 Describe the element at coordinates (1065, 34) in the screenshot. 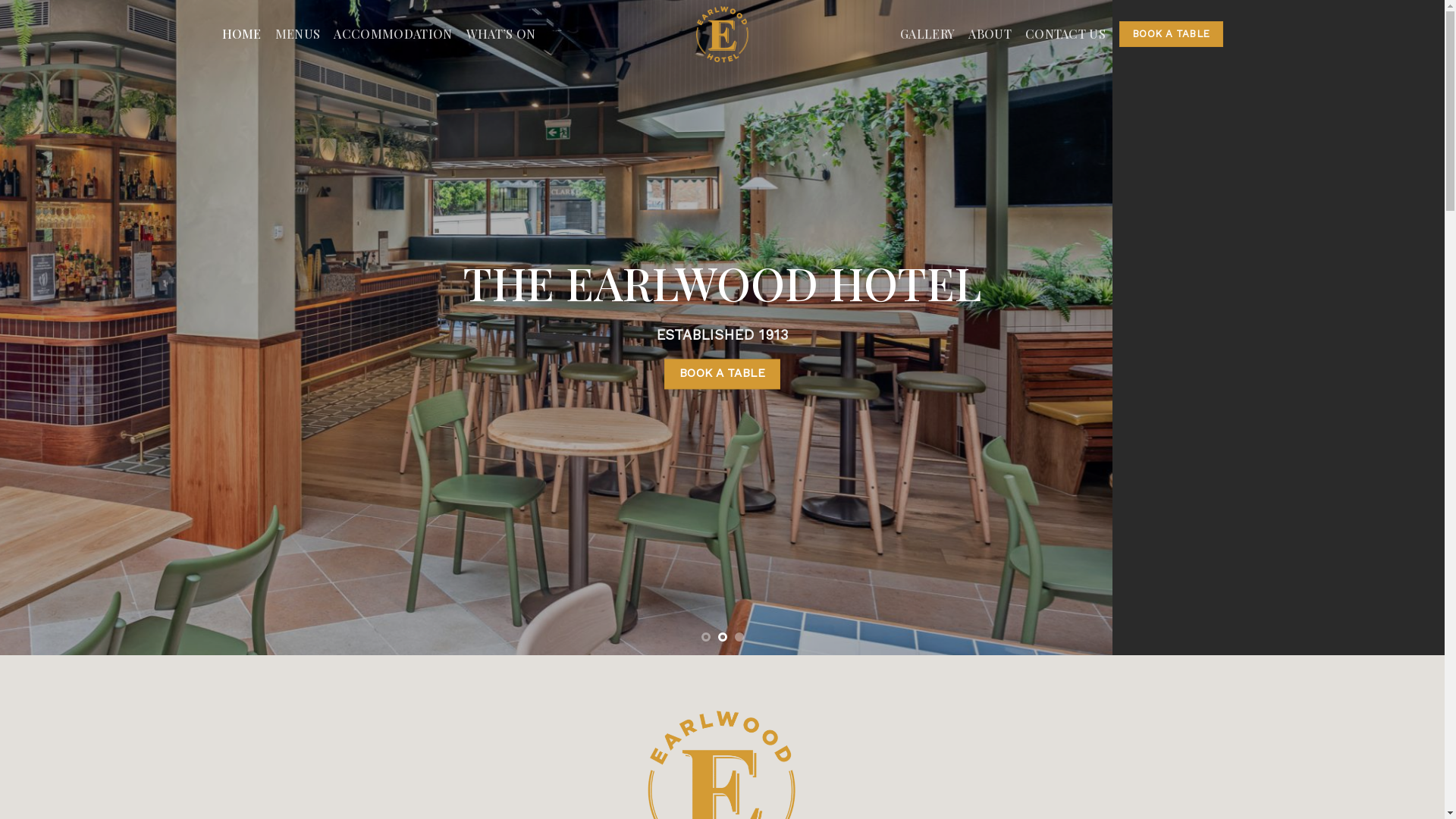

I see `'CONTACT US'` at that location.